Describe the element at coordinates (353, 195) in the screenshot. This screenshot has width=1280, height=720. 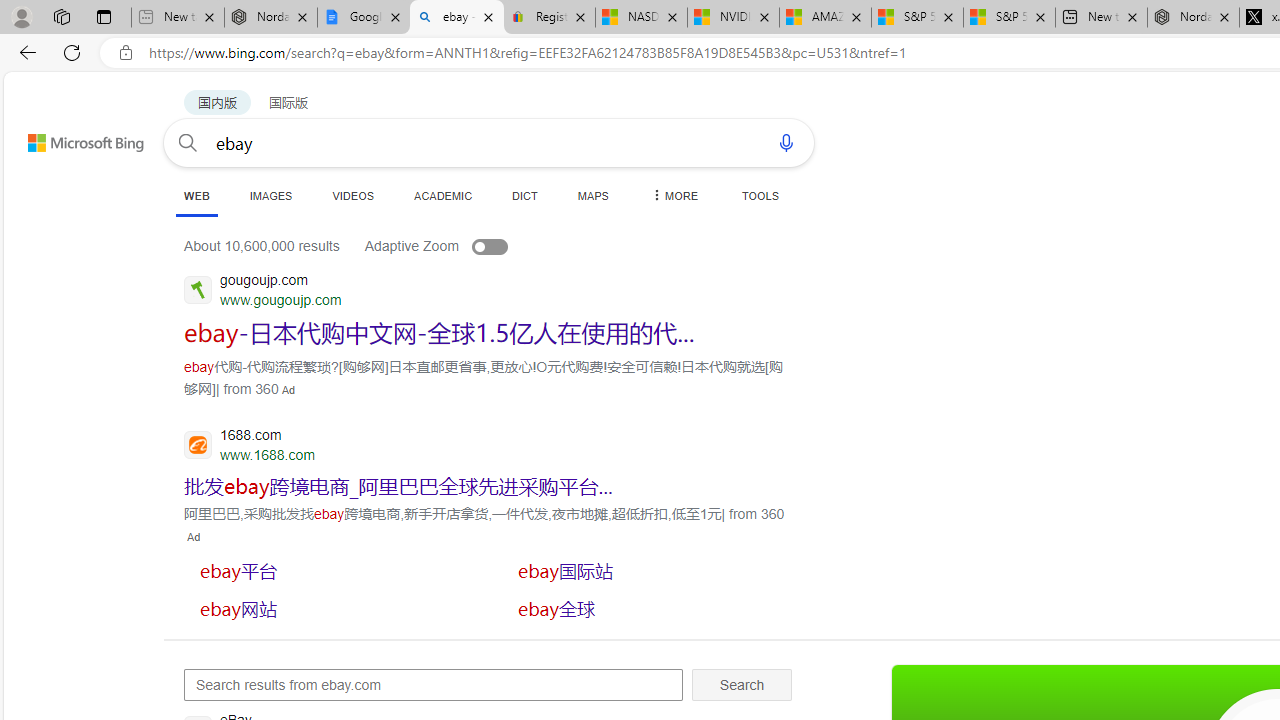
I see `'VIDEOS'` at that location.